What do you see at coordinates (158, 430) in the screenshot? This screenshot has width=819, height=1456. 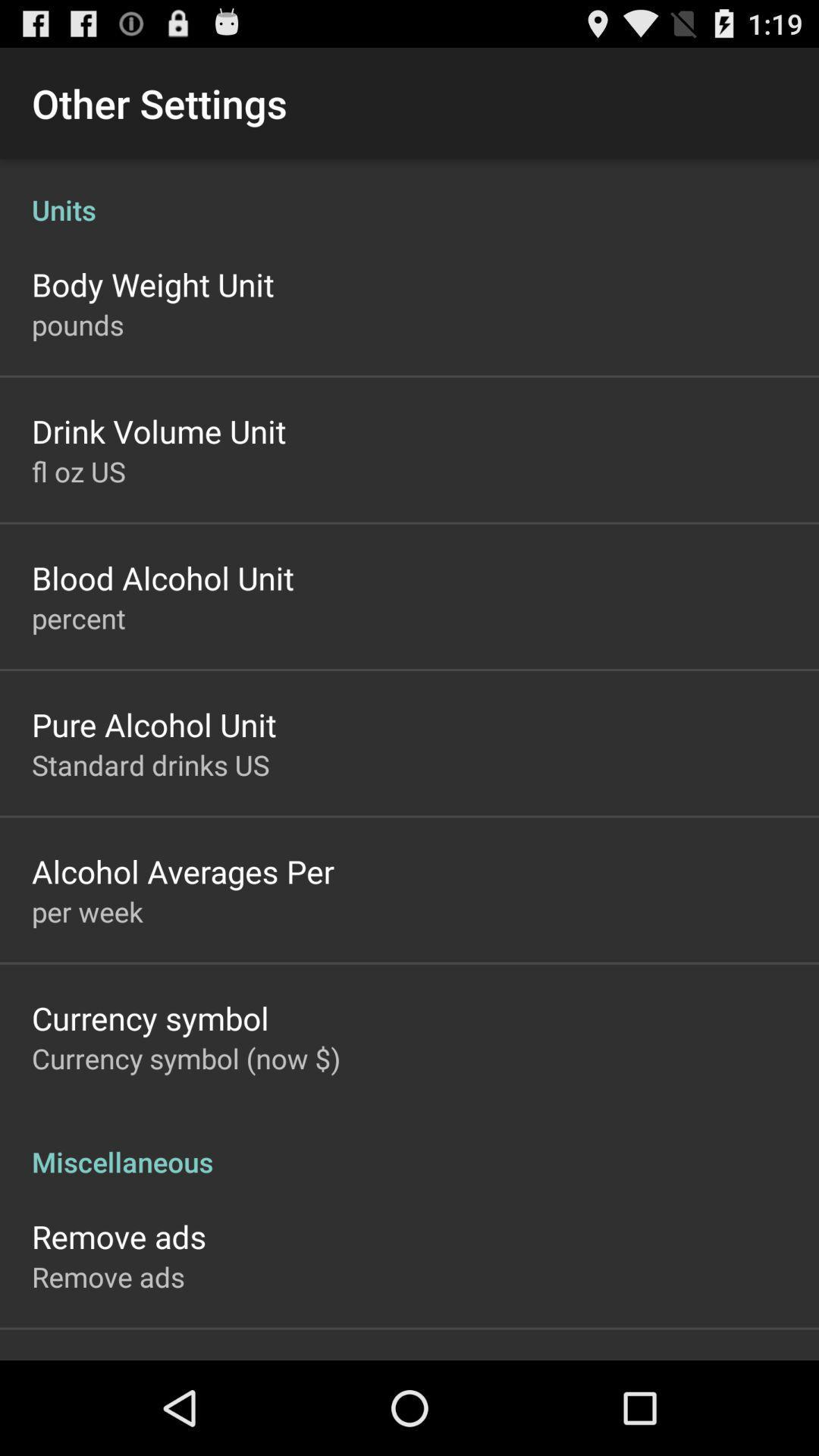 I see `app above the fl oz us icon` at bounding box center [158, 430].